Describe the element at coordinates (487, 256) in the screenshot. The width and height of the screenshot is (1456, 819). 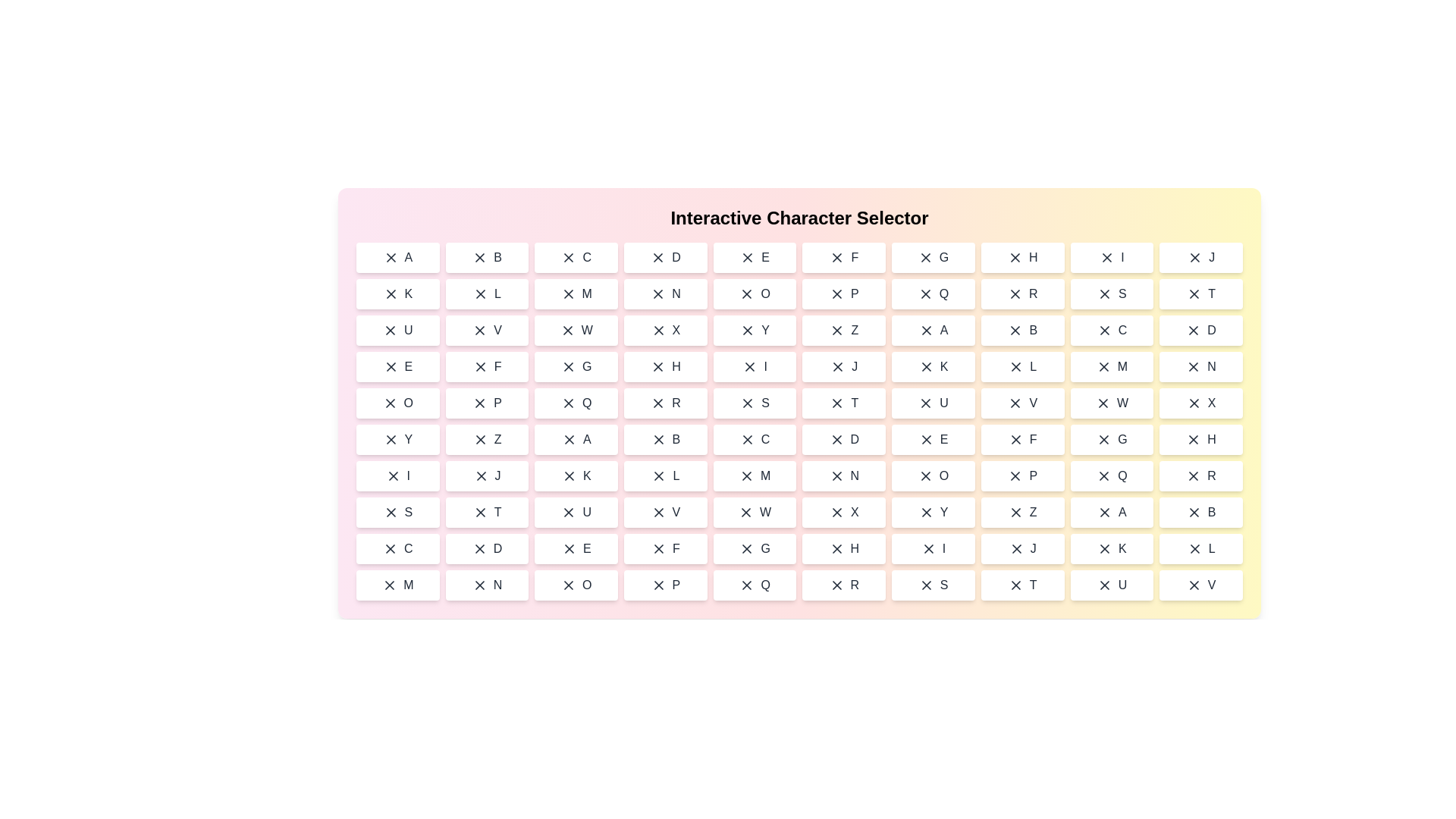
I see `the character B in the grid to observe the hover effect` at that location.